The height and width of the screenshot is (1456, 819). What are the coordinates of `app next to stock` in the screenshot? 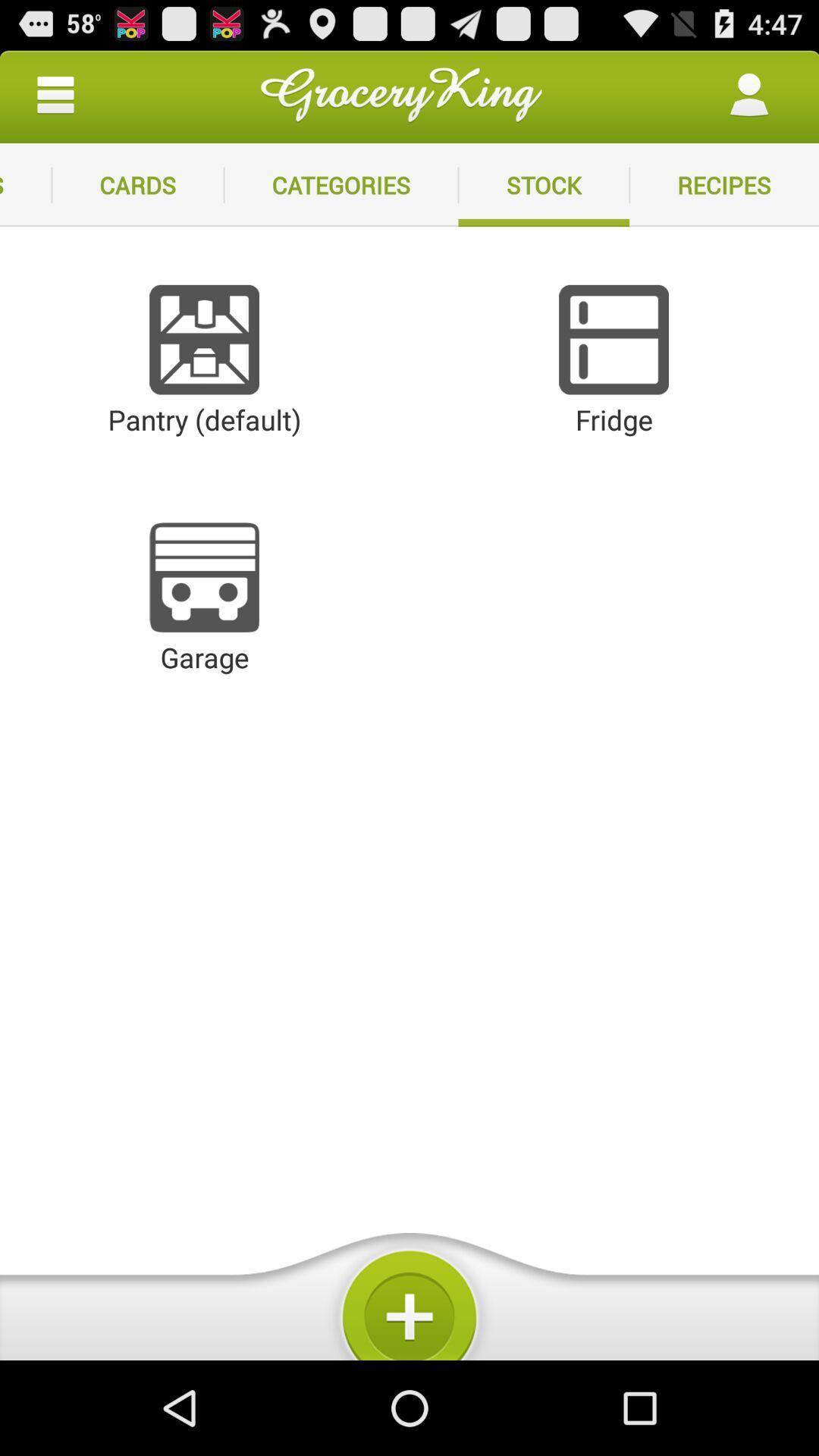 It's located at (723, 184).